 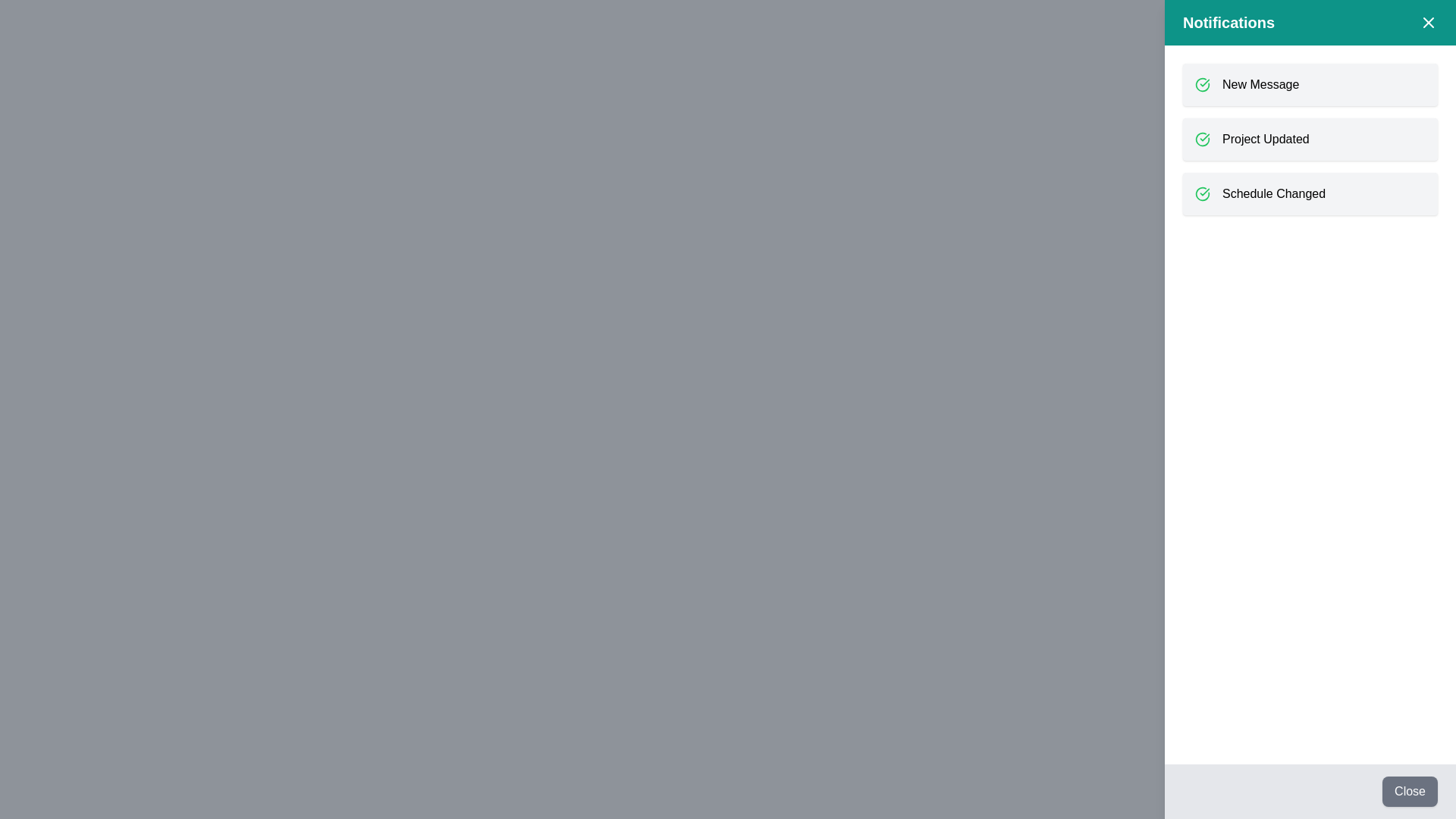 What do you see at coordinates (1228, 23) in the screenshot?
I see `text label displaying 'Notifications' in a bold, extra-large font, located in the top-left corner of the header bar` at bounding box center [1228, 23].